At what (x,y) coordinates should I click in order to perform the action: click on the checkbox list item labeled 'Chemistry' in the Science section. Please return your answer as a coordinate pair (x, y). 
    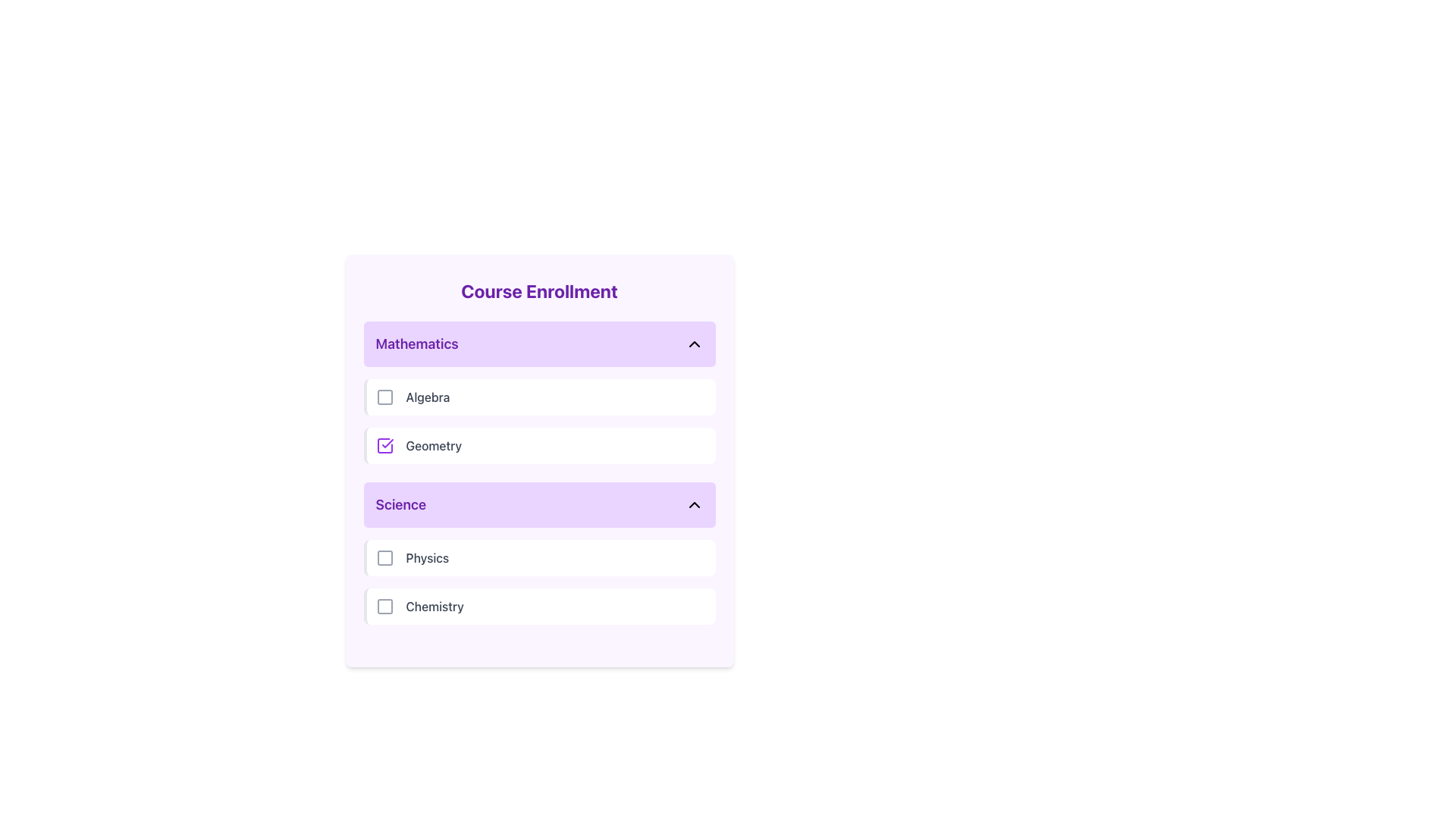
    Looking at the image, I should click on (539, 605).